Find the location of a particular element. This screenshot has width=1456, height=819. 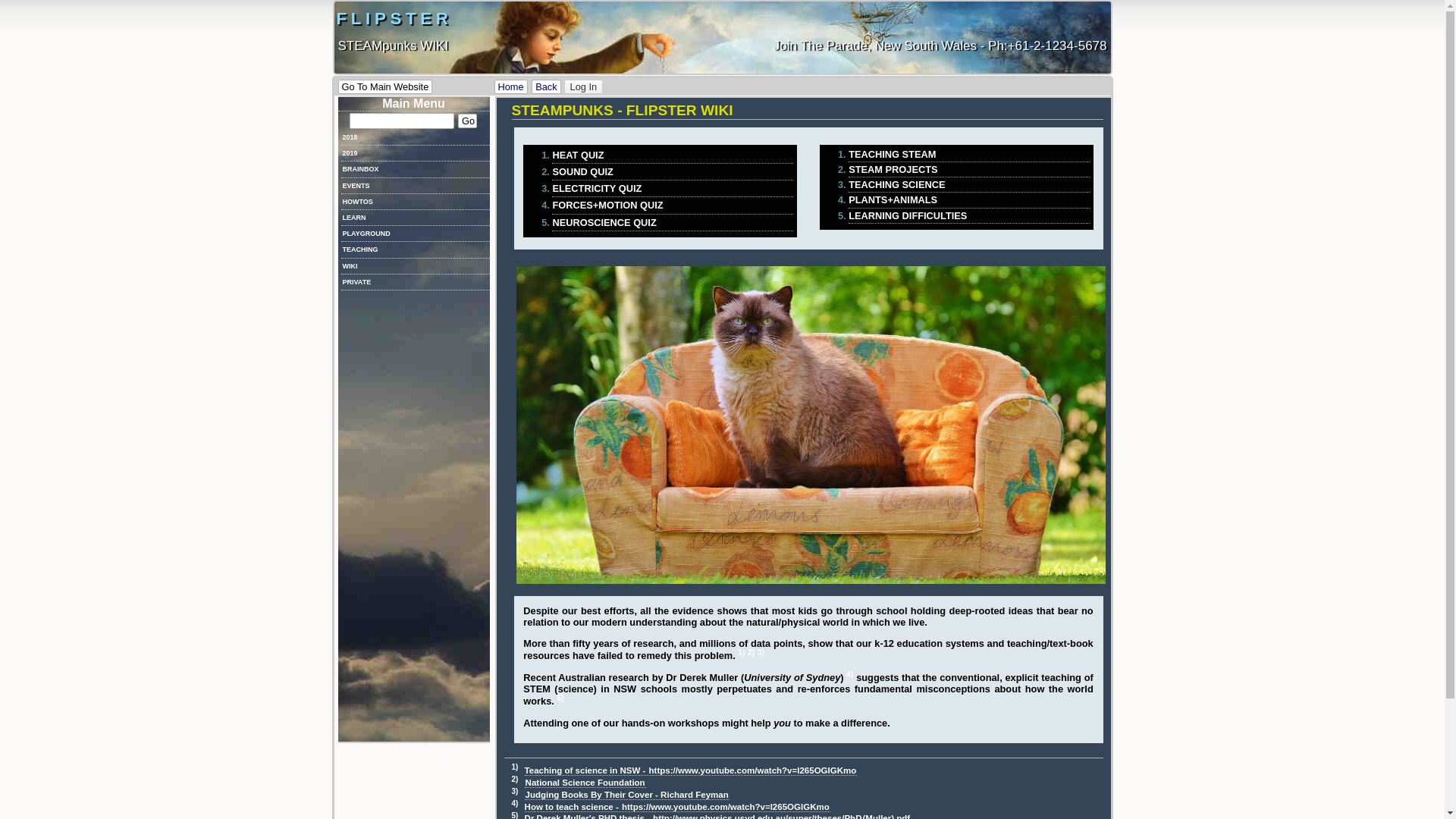

'Judging Books By Their Cover - Richard Feyman' is located at coordinates (626, 794).